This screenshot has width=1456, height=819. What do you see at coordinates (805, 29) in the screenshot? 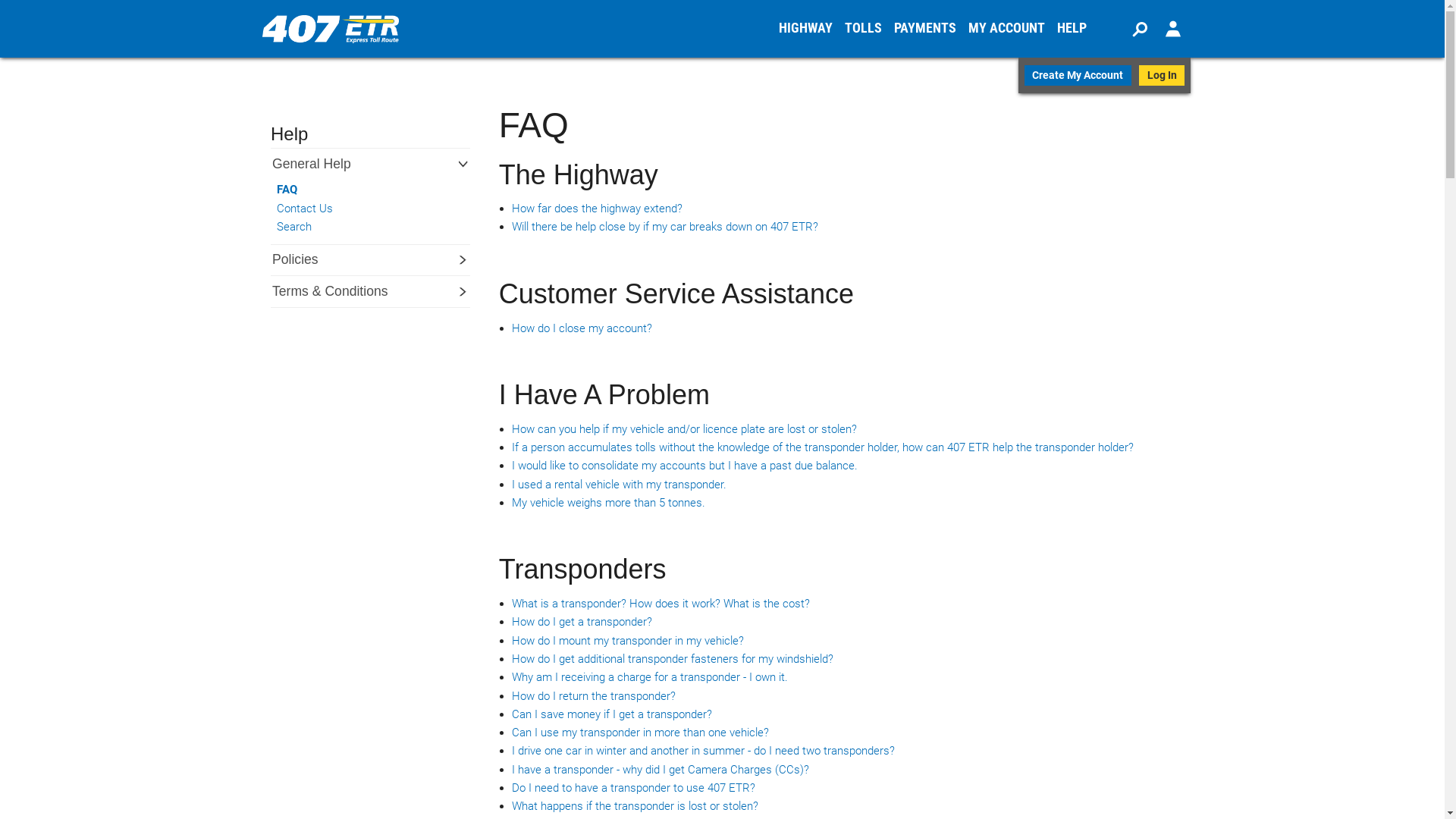
I see `'HIGHWAY'` at bounding box center [805, 29].